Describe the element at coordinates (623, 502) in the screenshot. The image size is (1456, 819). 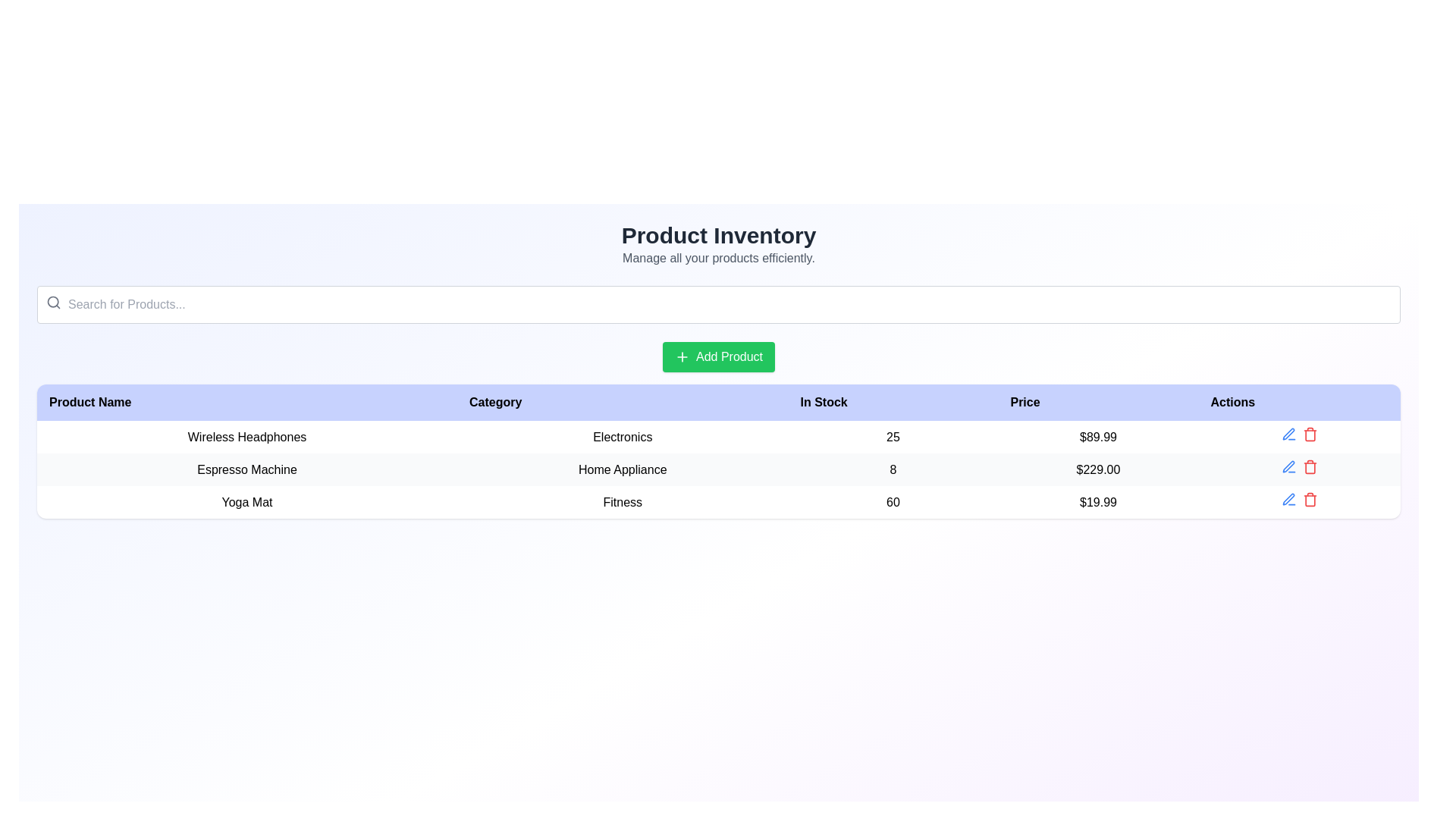
I see `the text label displaying 'Fitness' located in the second column of the last row under the 'Category' header in the table interface` at that location.